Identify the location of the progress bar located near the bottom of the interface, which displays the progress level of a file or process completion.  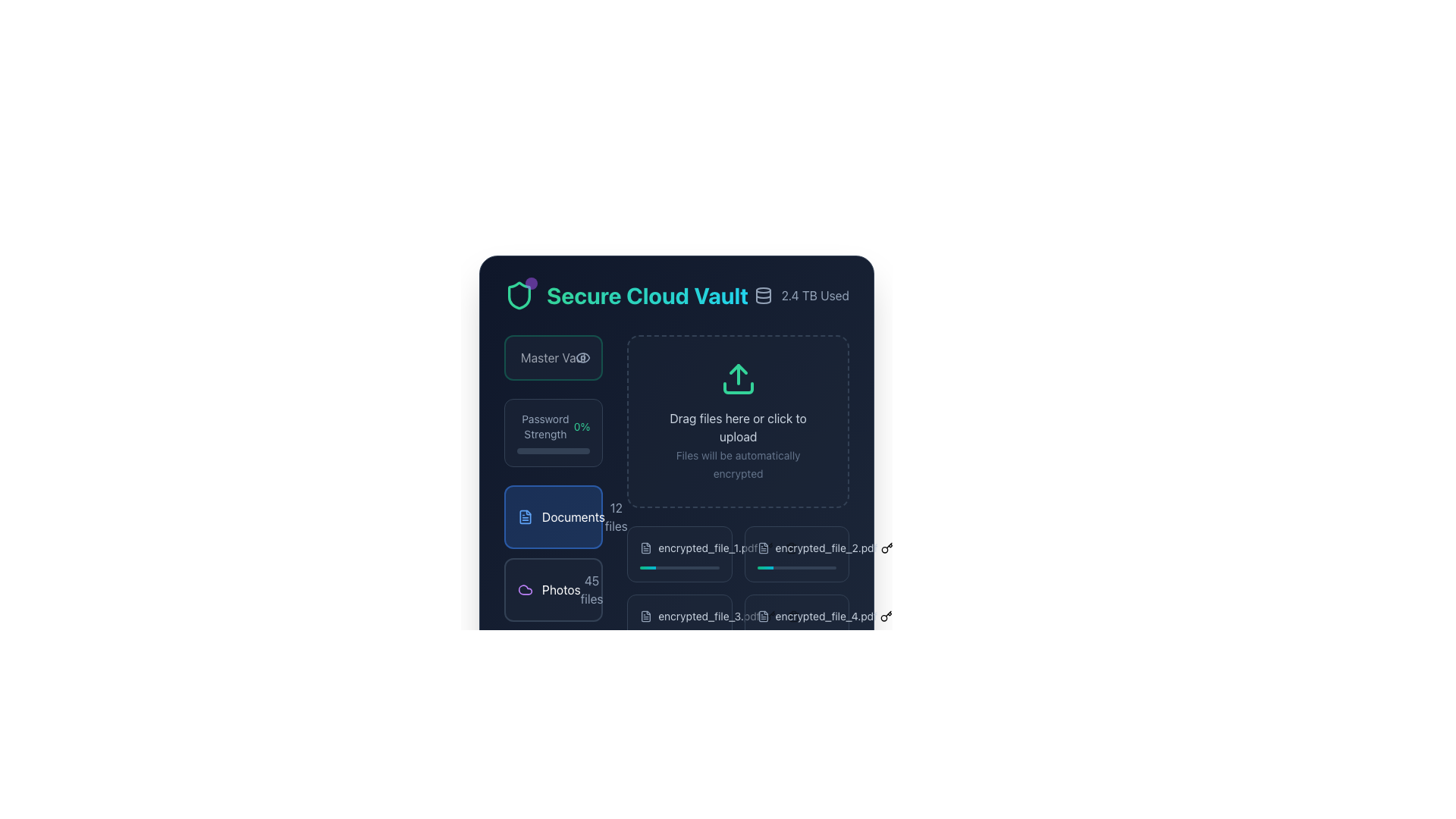
(671, 636).